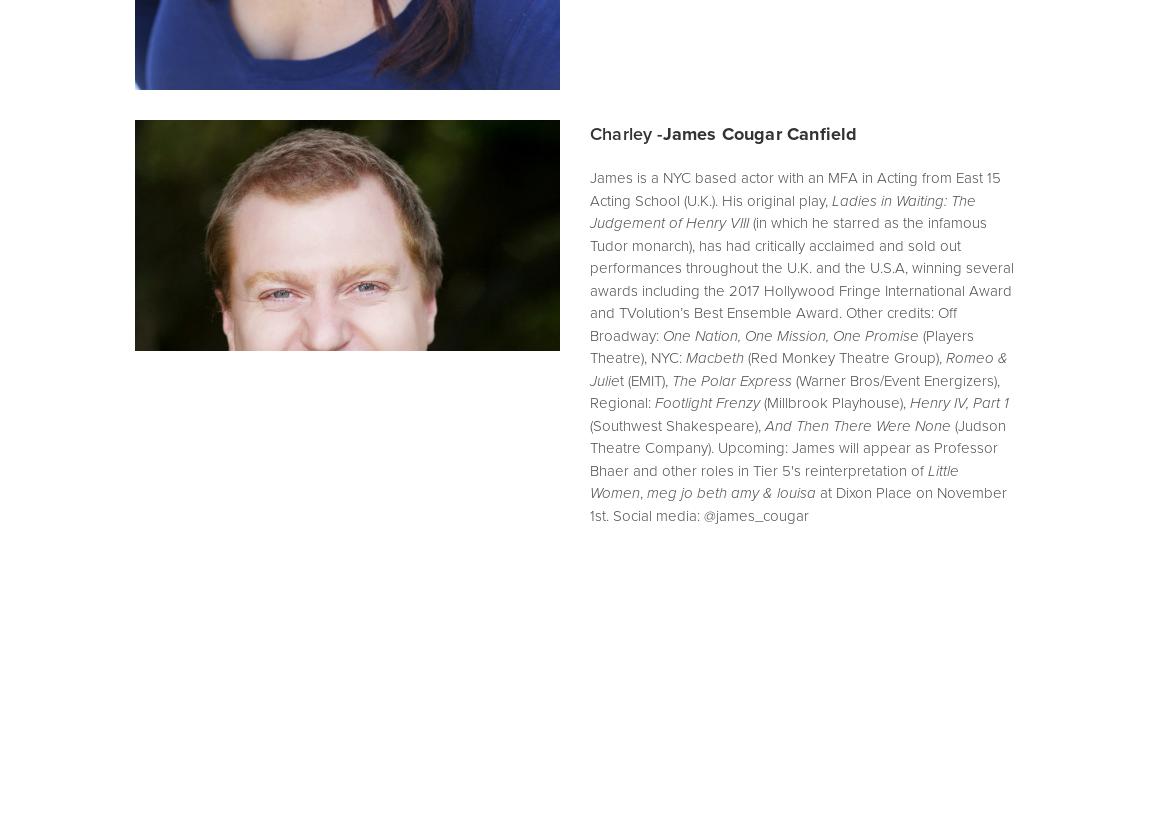 The width and height of the screenshot is (1150, 828). Describe the element at coordinates (775, 480) in the screenshot. I see `'Little Women'` at that location.